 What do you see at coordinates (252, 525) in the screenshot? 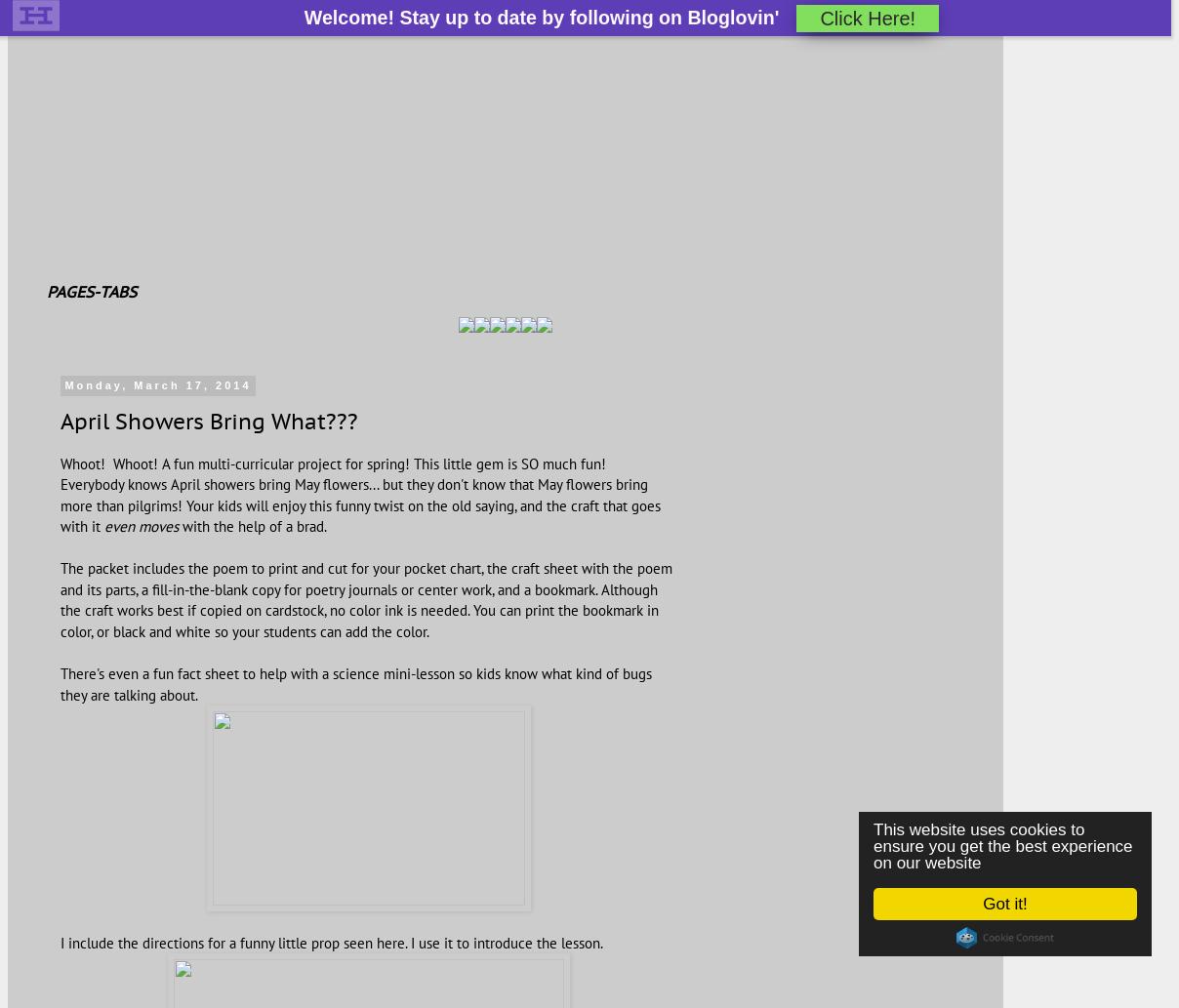
I see `'with the help of a brad.'` at bounding box center [252, 525].